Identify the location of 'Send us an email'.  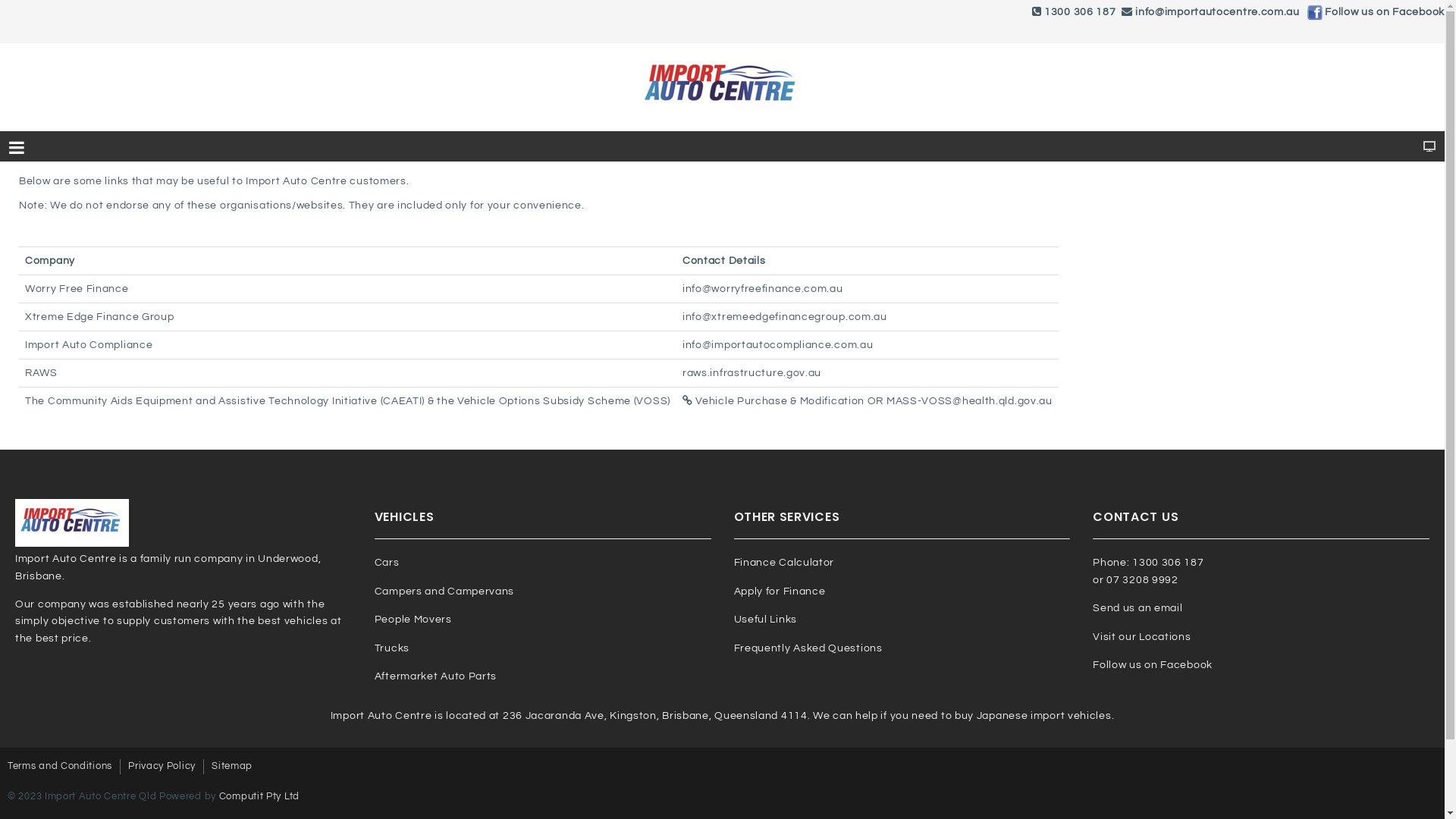
(1137, 607).